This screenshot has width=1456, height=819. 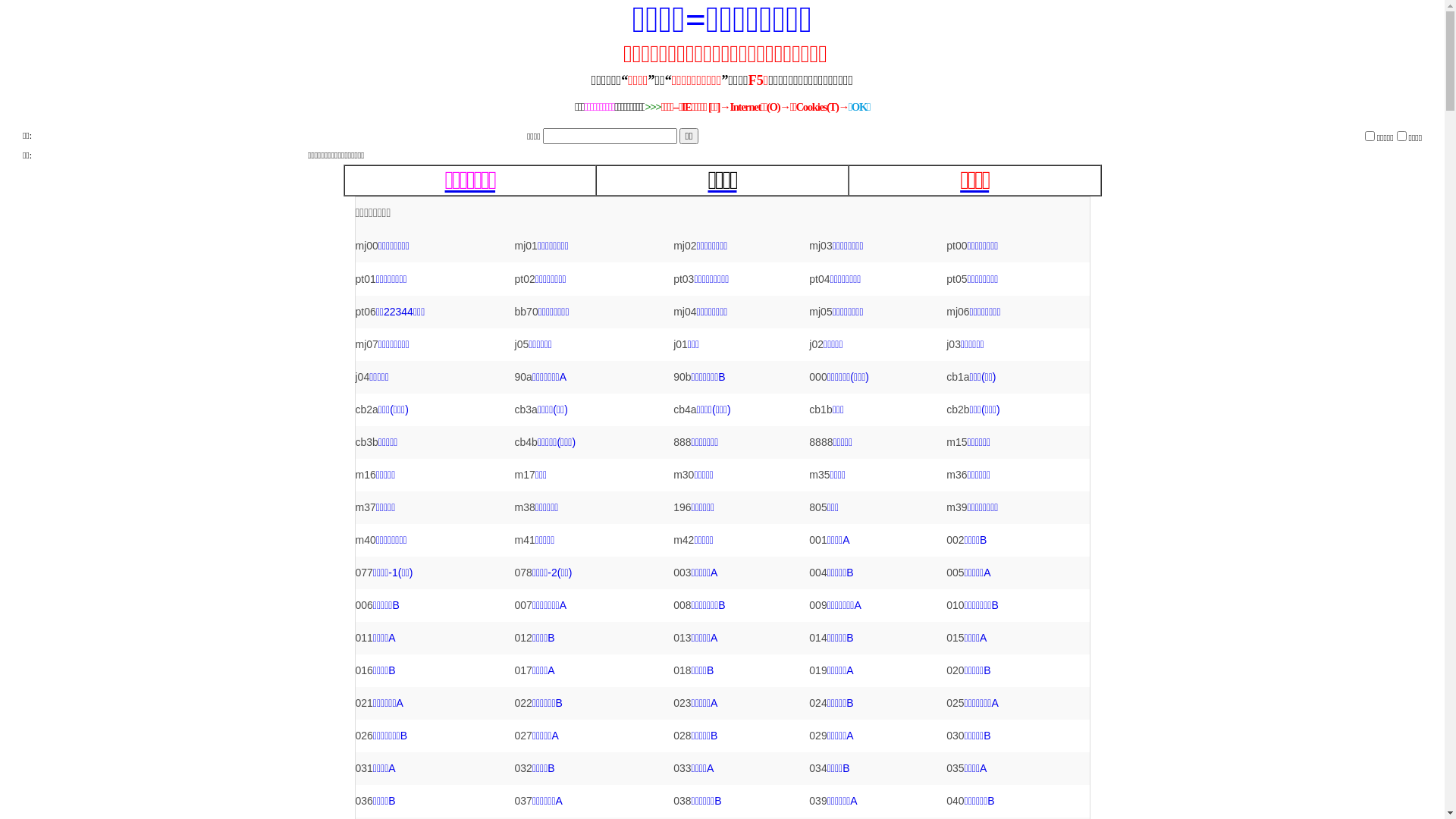 I want to click on '029', so click(x=817, y=734).